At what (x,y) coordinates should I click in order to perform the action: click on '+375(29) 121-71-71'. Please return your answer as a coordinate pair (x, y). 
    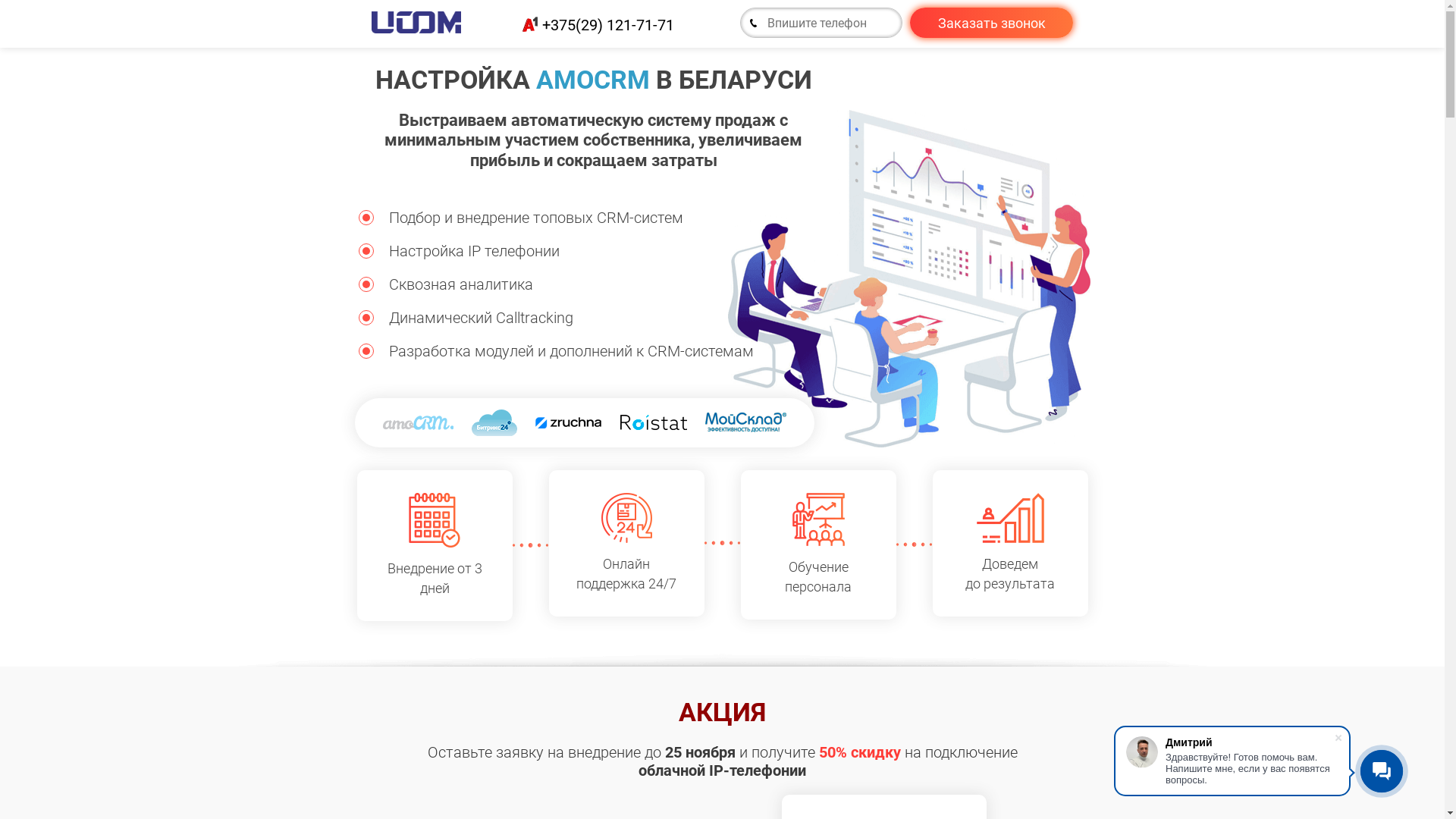
    Looking at the image, I should click on (607, 24).